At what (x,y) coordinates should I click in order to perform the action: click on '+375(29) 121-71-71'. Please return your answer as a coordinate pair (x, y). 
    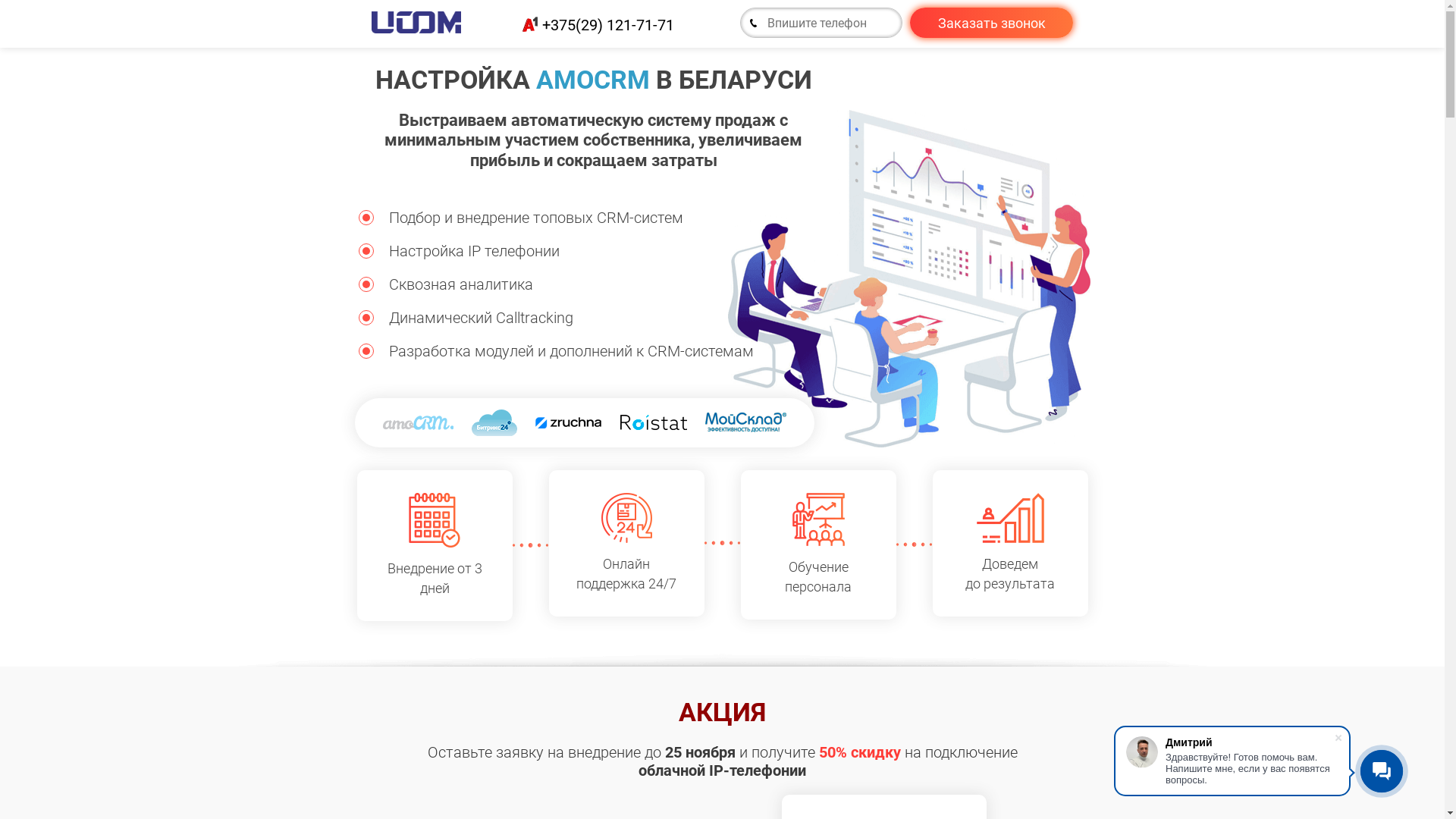
    Looking at the image, I should click on (607, 24).